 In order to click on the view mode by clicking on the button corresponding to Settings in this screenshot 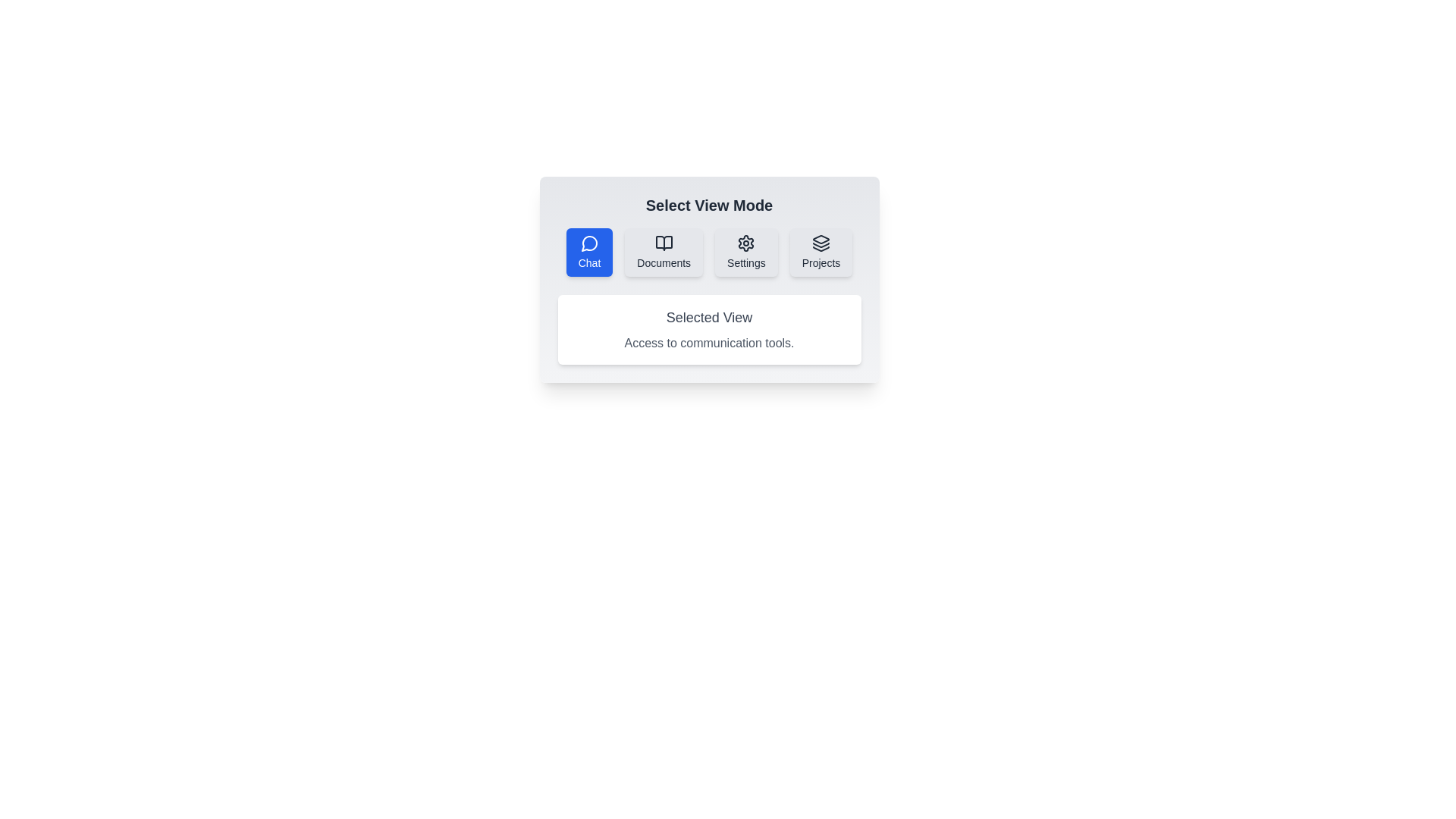, I will do `click(746, 251)`.